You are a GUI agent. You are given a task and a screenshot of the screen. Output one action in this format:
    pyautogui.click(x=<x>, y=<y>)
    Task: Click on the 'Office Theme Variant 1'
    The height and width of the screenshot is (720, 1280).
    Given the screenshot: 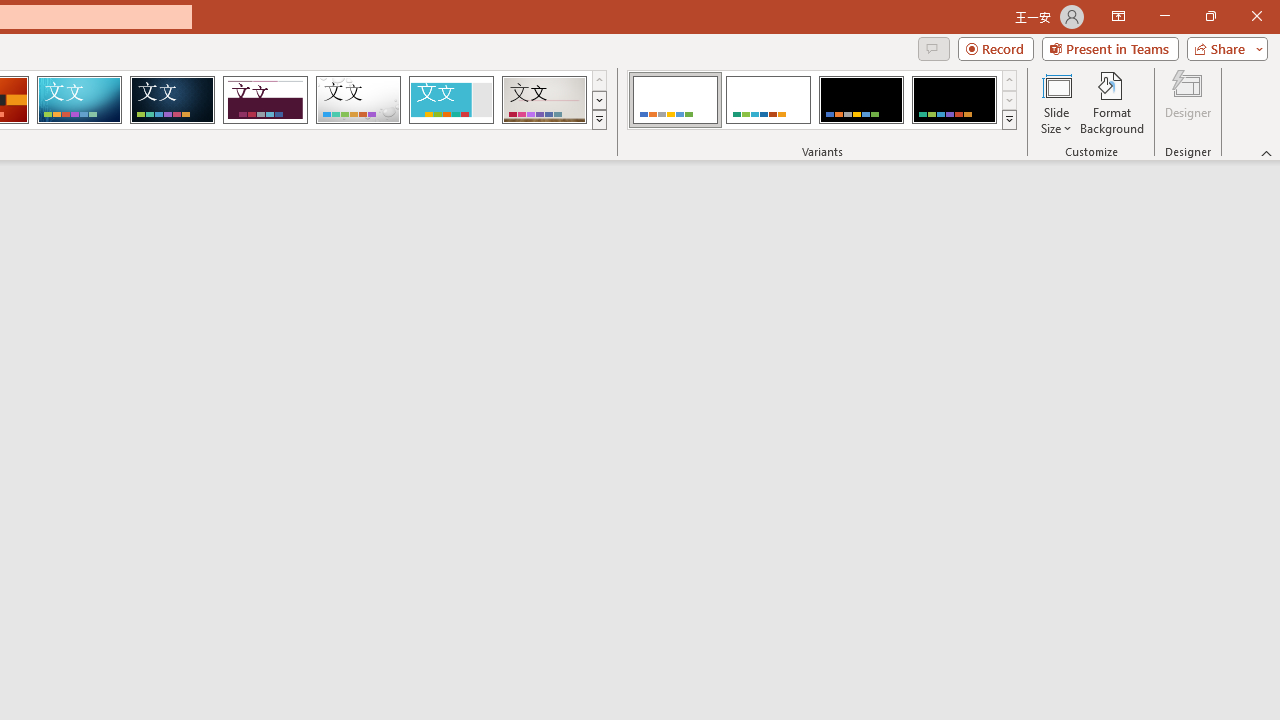 What is the action you would take?
    pyautogui.click(x=675, y=100)
    